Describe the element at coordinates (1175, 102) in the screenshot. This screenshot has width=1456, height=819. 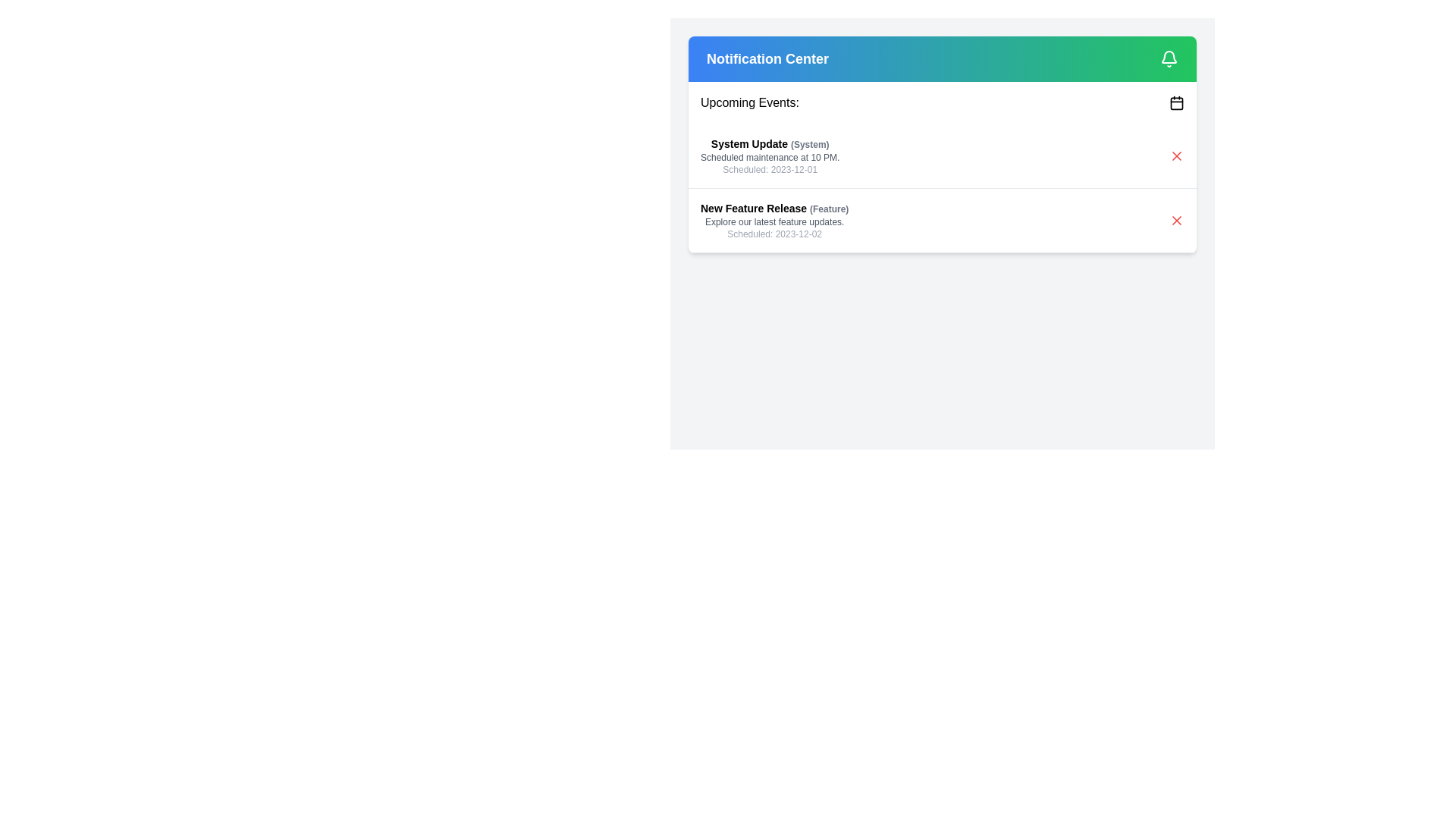
I see `the minimalistic calendar icon located in the top-right corner of the notification panel` at that location.